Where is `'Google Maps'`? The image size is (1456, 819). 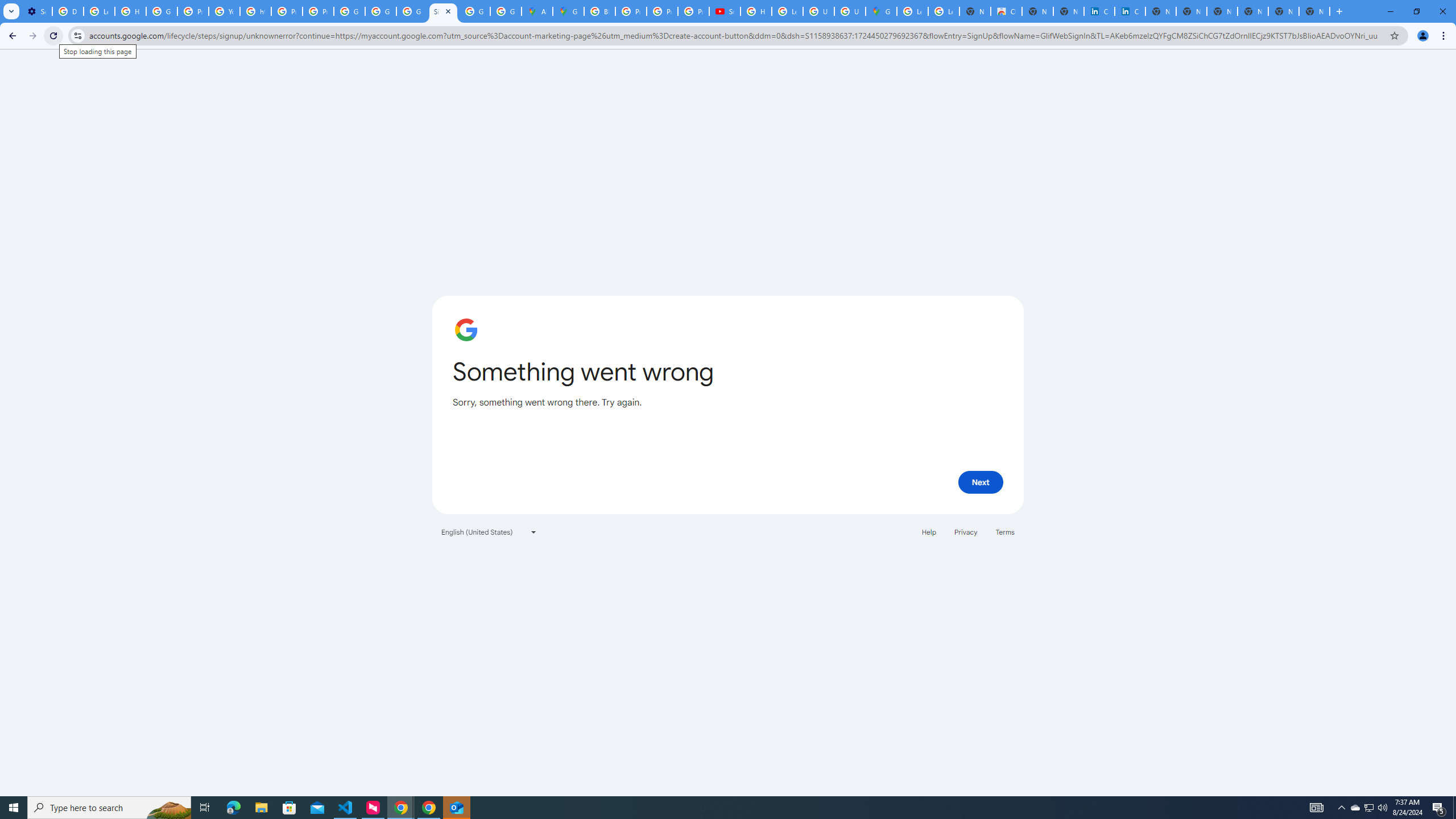 'Google Maps' is located at coordinates (568, 11).